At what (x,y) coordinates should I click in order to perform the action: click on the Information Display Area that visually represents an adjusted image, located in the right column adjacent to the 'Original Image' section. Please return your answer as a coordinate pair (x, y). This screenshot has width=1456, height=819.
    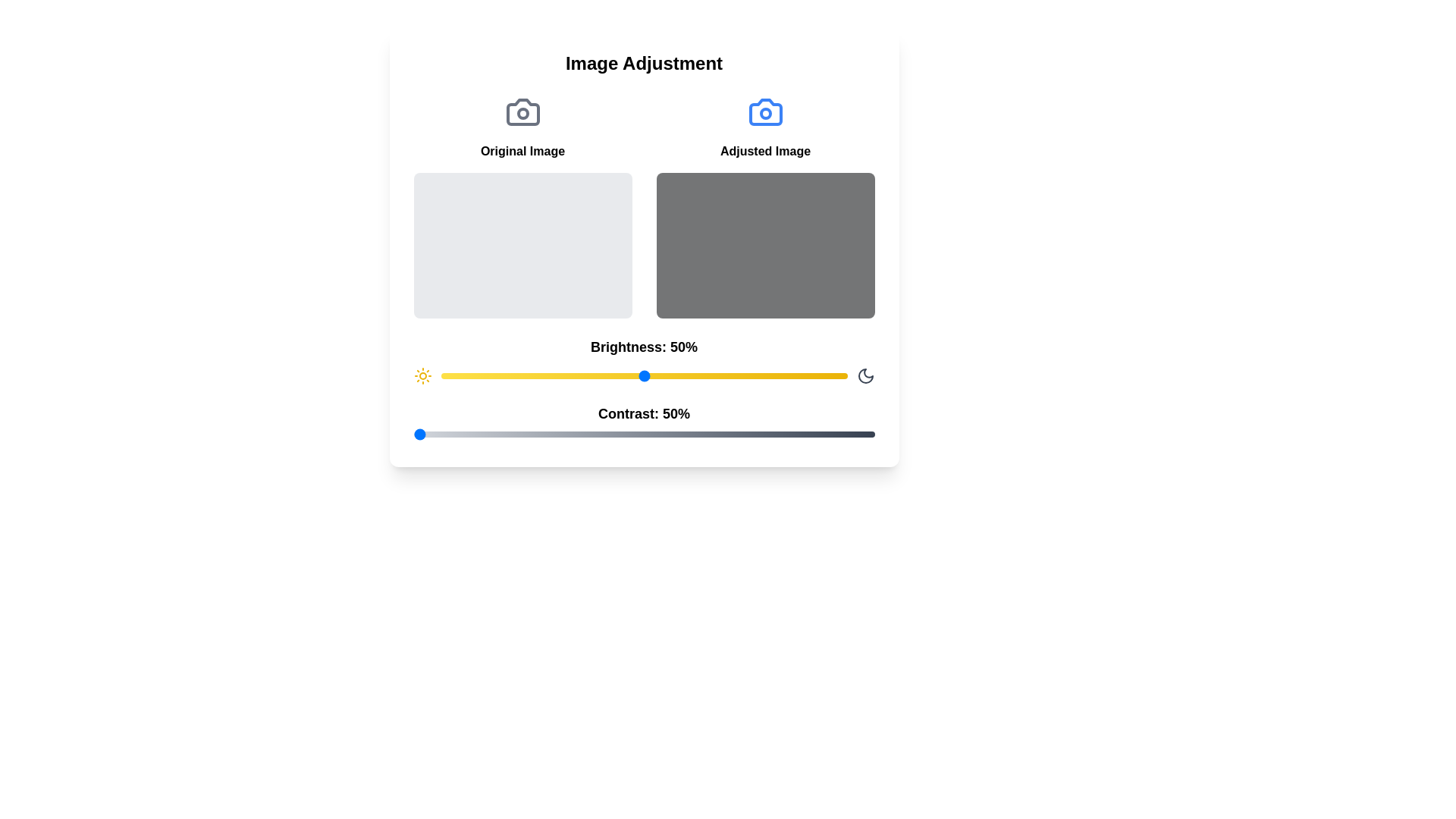
    Looking at the image, I should click on (765, 206).